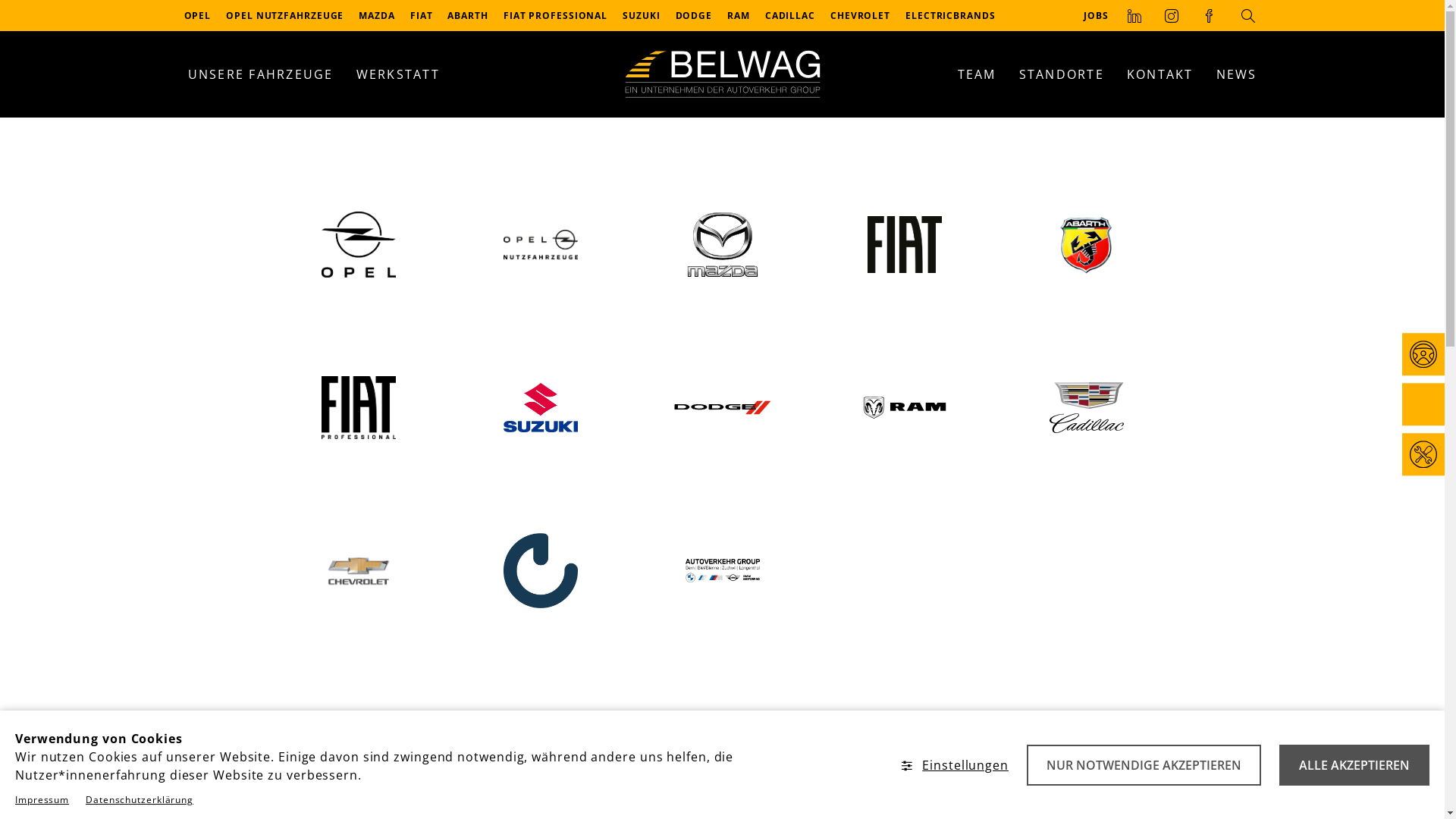  I want to click on 'Dodge', so click(720, 406).